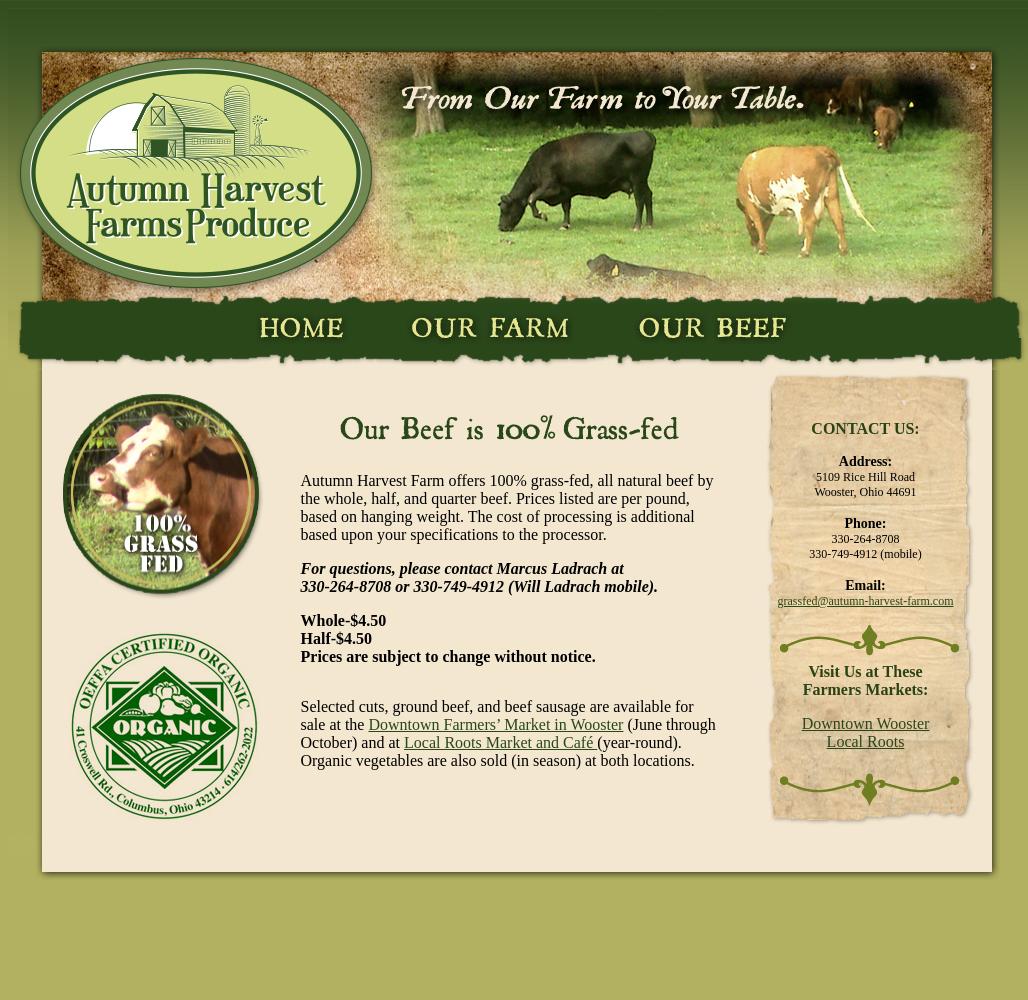 The height and width of the screenshot is (1000, 1028). Describe the element at coordinates (299, 751) in the screenshot. I see `'(year-round).  Organic vegetables are also sold (in season) at both locations.'` at that location.